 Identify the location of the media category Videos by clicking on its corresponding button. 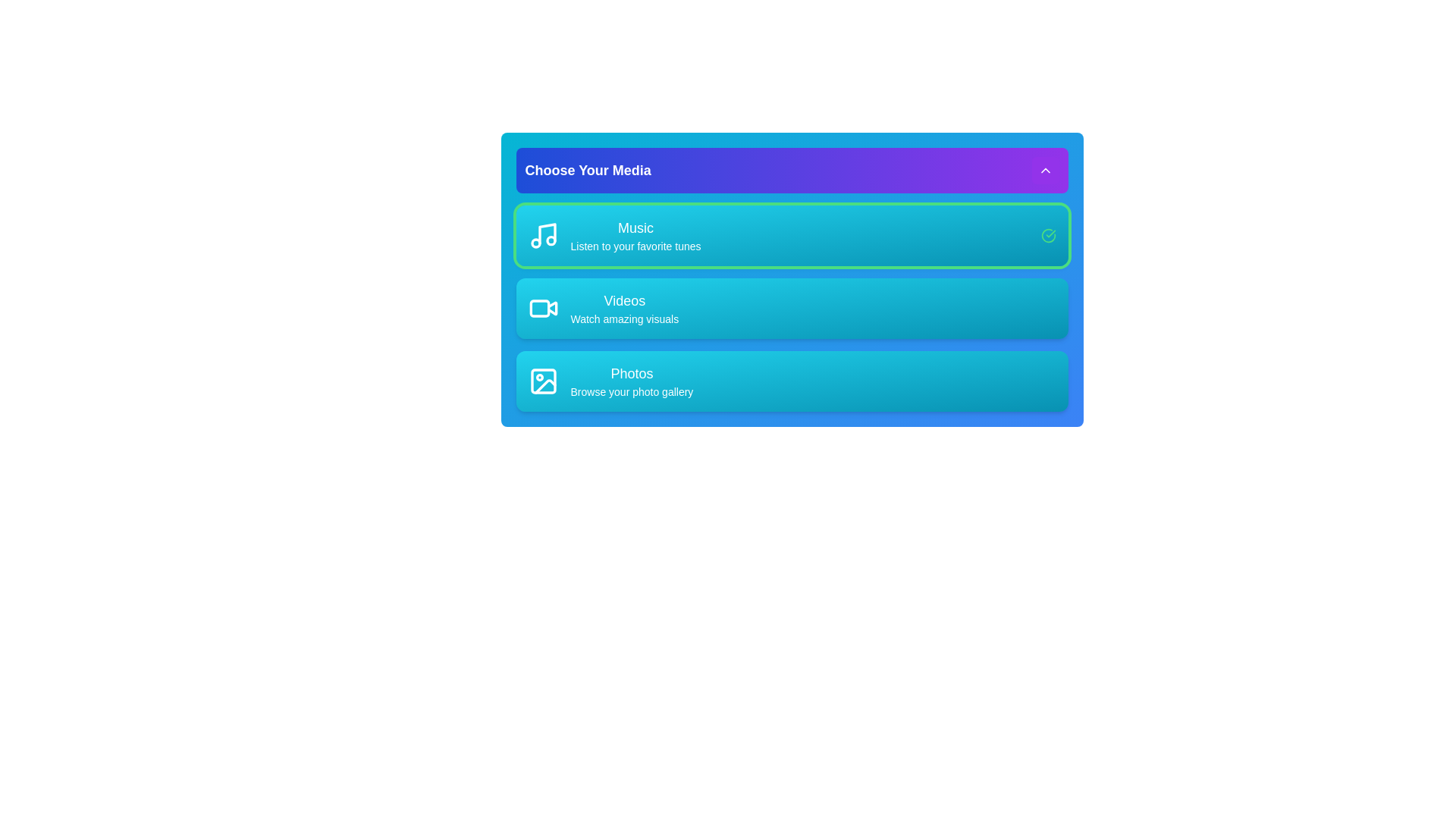
(602, 308).